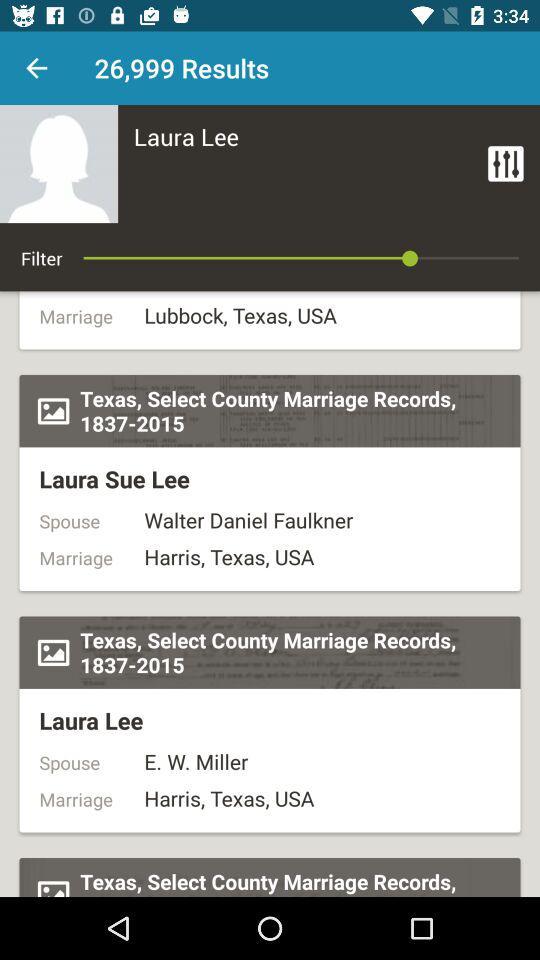  Describe the element at coordinates (504, 162) in the screenshot. I see `filter or sort` at that location.